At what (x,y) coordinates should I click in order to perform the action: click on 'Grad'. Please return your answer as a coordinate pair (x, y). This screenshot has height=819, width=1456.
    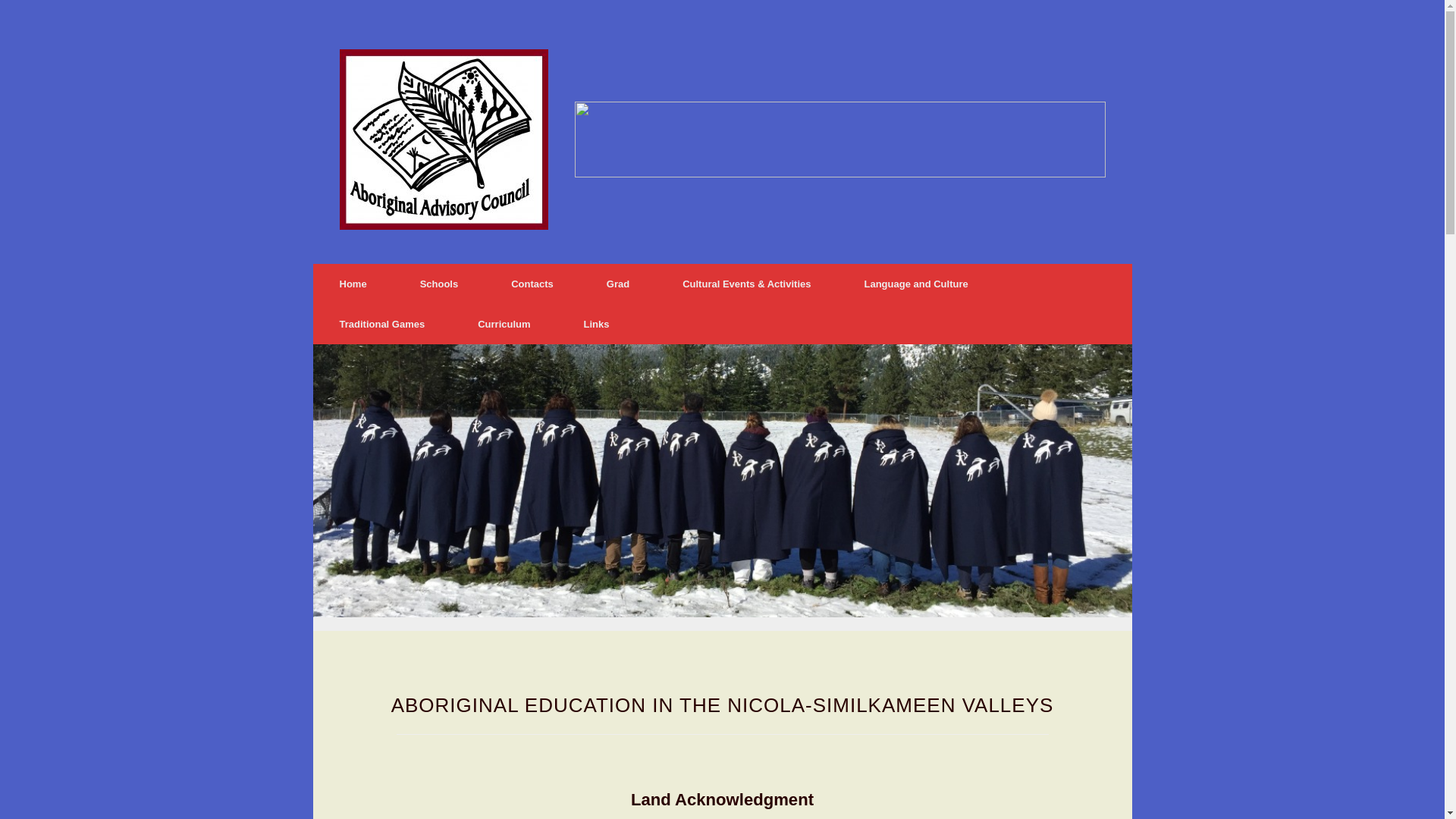
    Looking at the image, I should click on (618, 284).